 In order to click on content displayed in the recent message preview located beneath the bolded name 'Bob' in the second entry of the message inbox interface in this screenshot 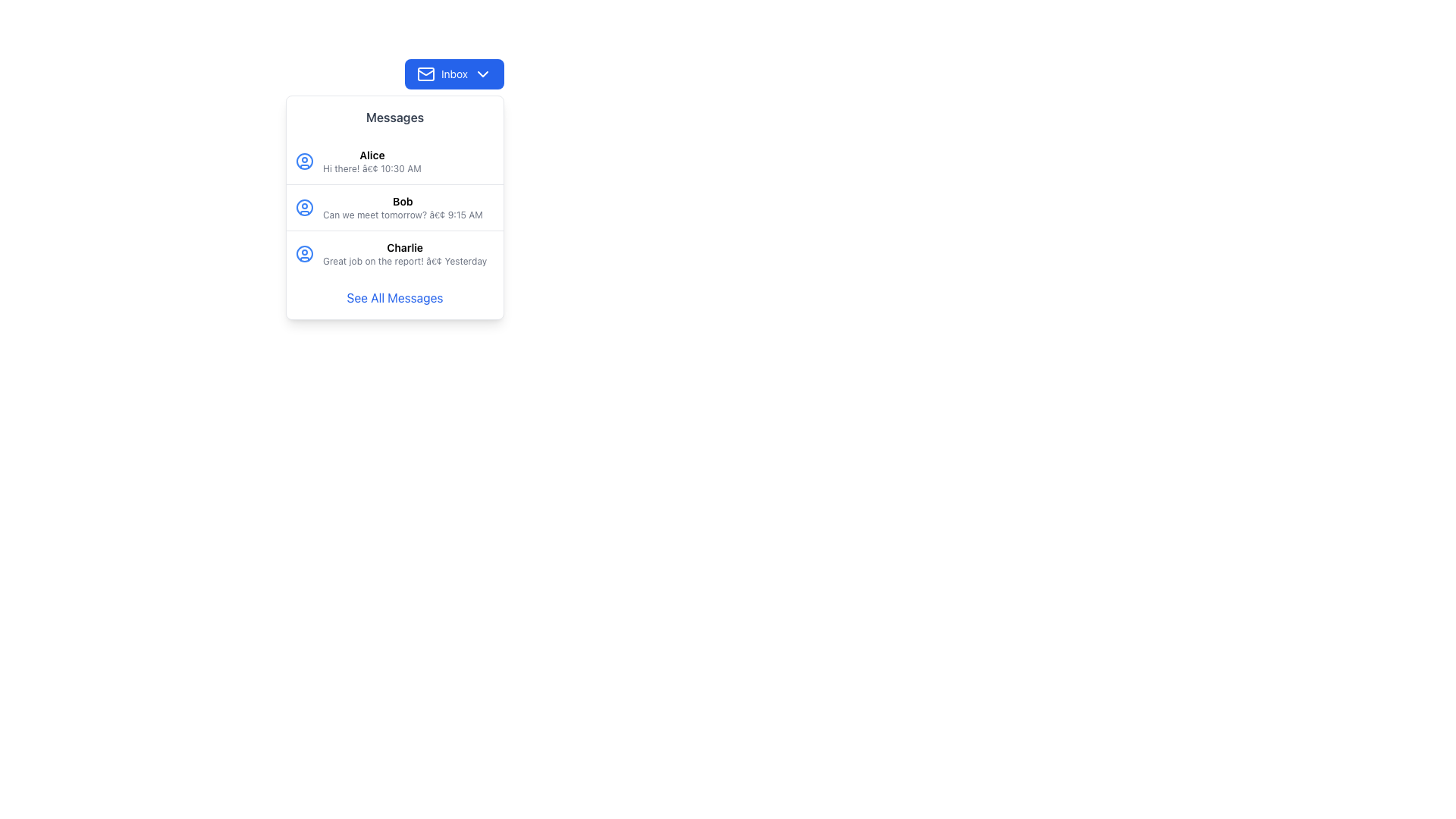, I will do `click(403, 215)`.